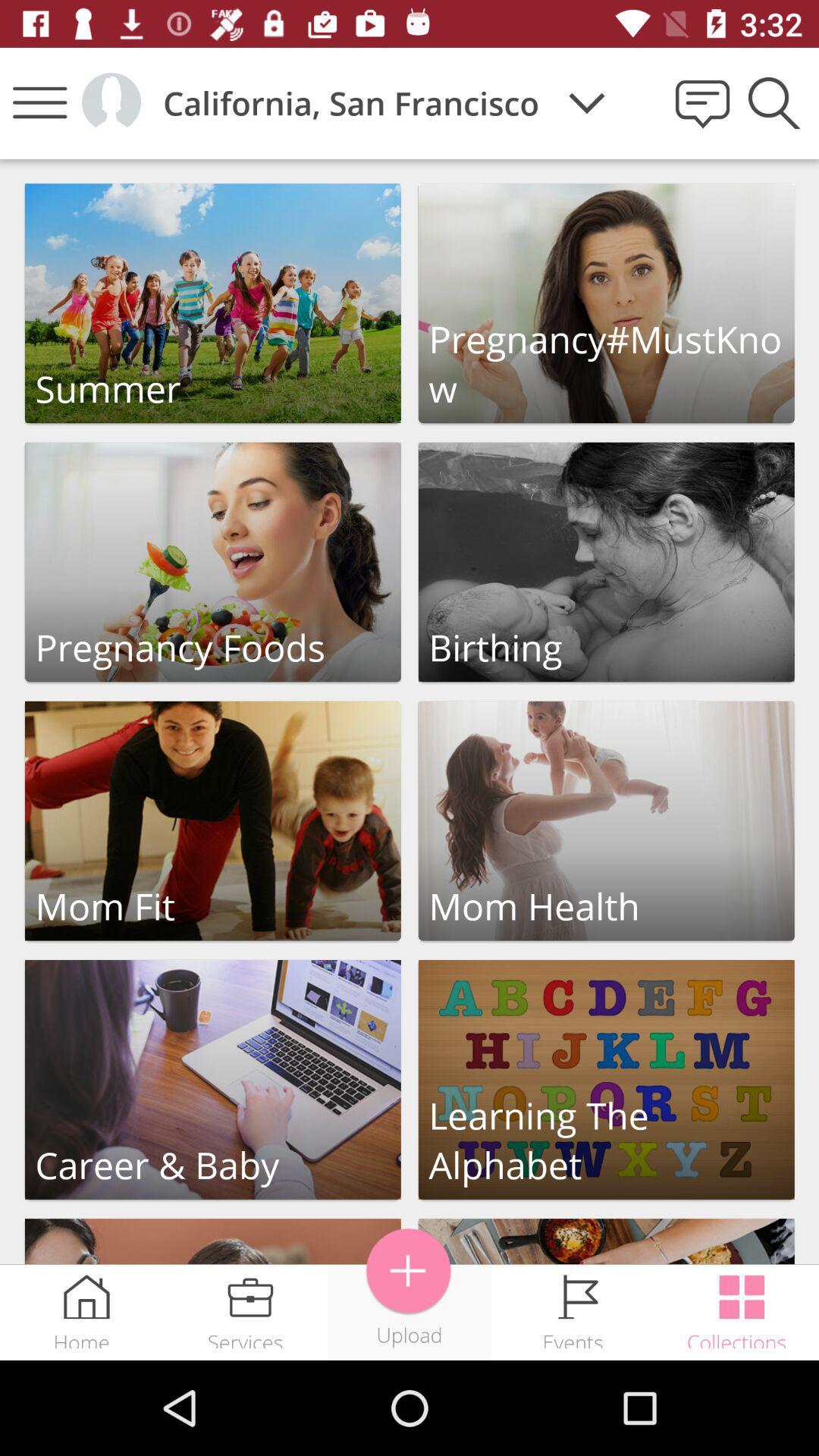 This screenshot has width=819, height=1456. I want to click on activate top right thumbnail, so click(605, 303).